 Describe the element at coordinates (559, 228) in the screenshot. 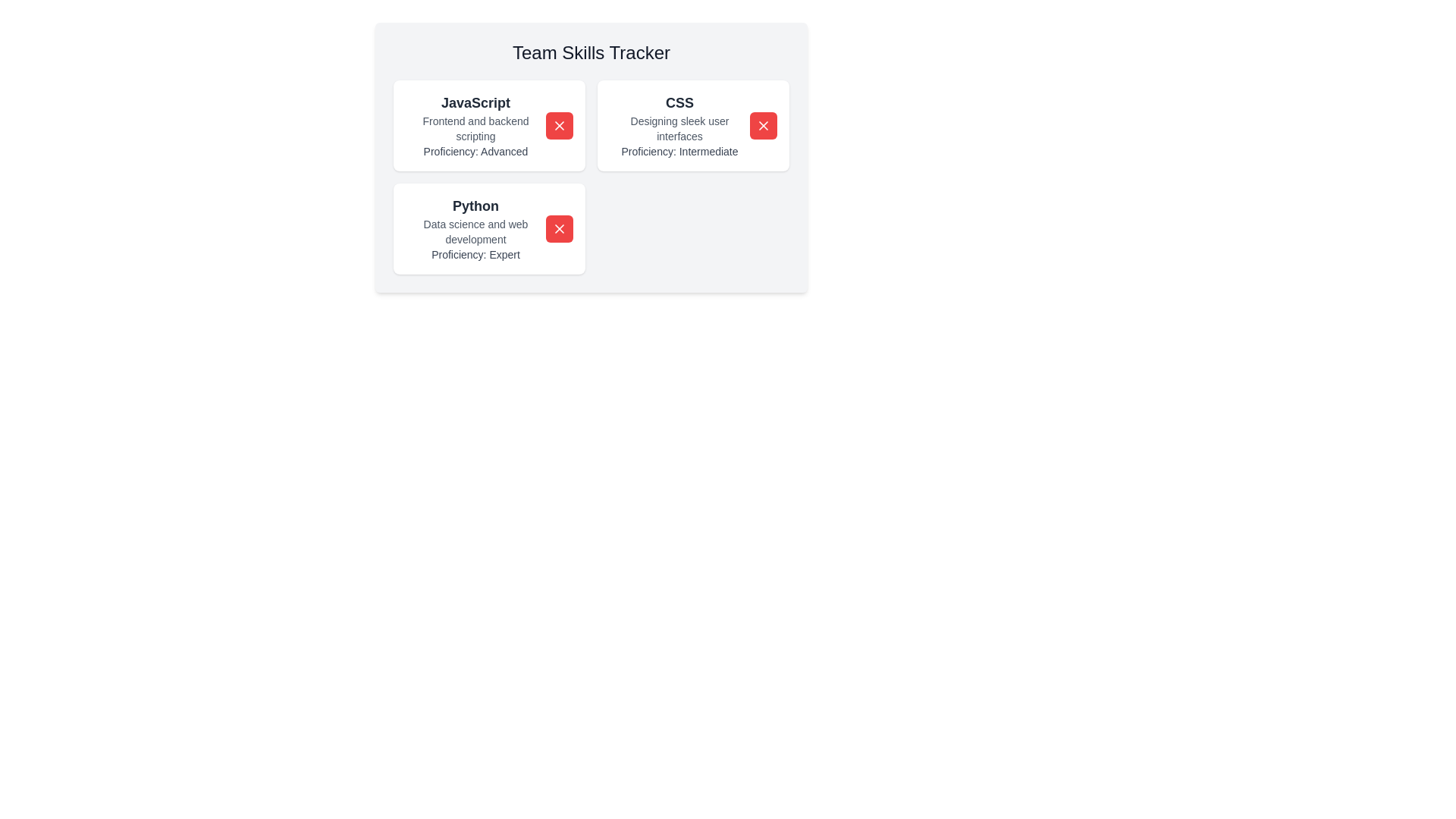

I see `red 'X' button on the skill card for Python` at that location.